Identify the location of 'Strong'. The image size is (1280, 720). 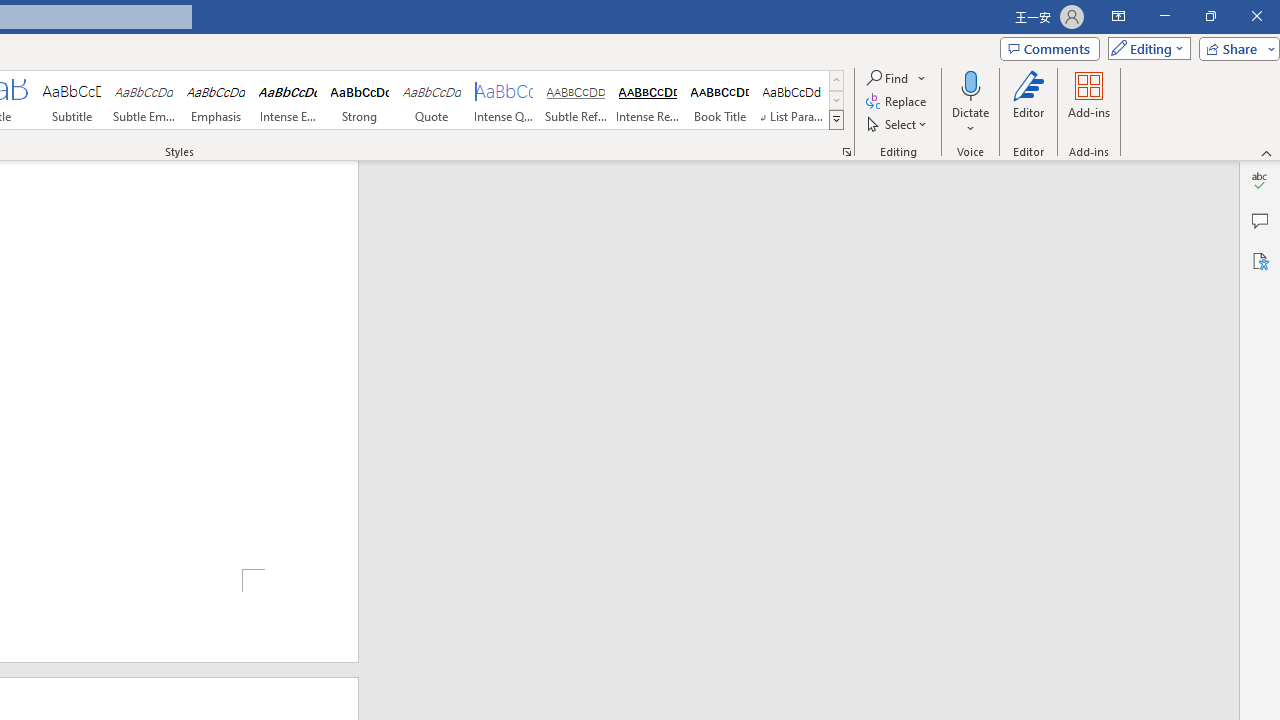
(359, 100).